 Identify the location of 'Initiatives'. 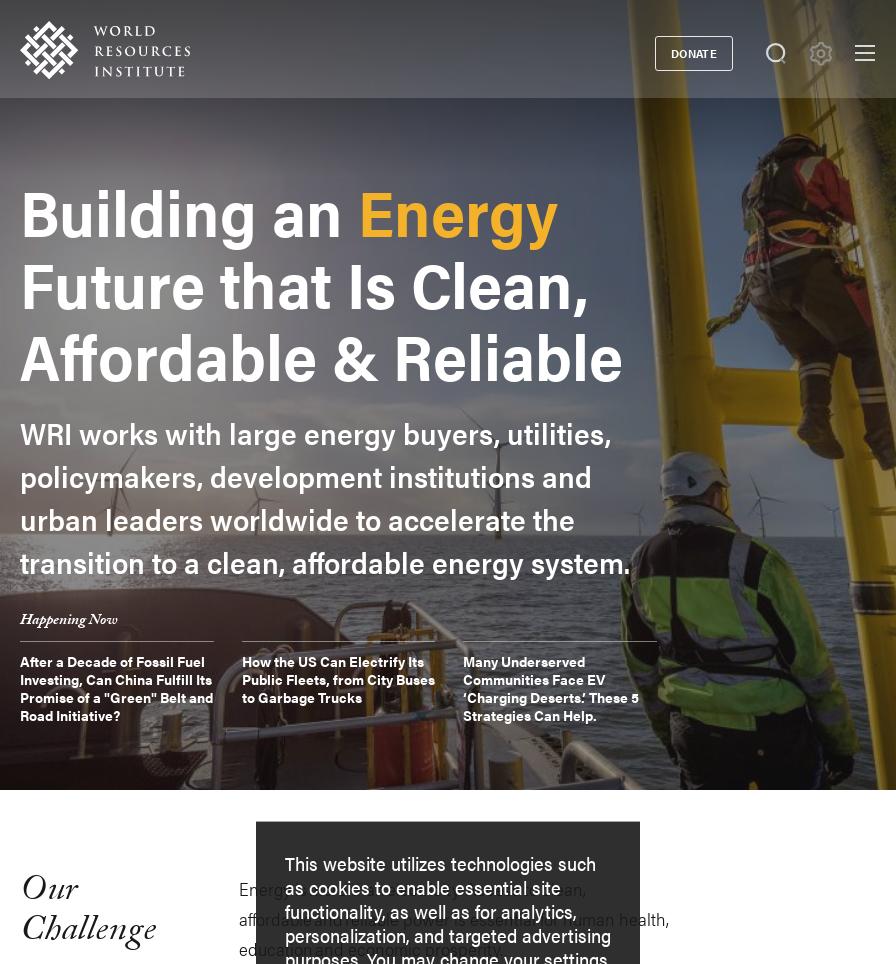
(557, 225).